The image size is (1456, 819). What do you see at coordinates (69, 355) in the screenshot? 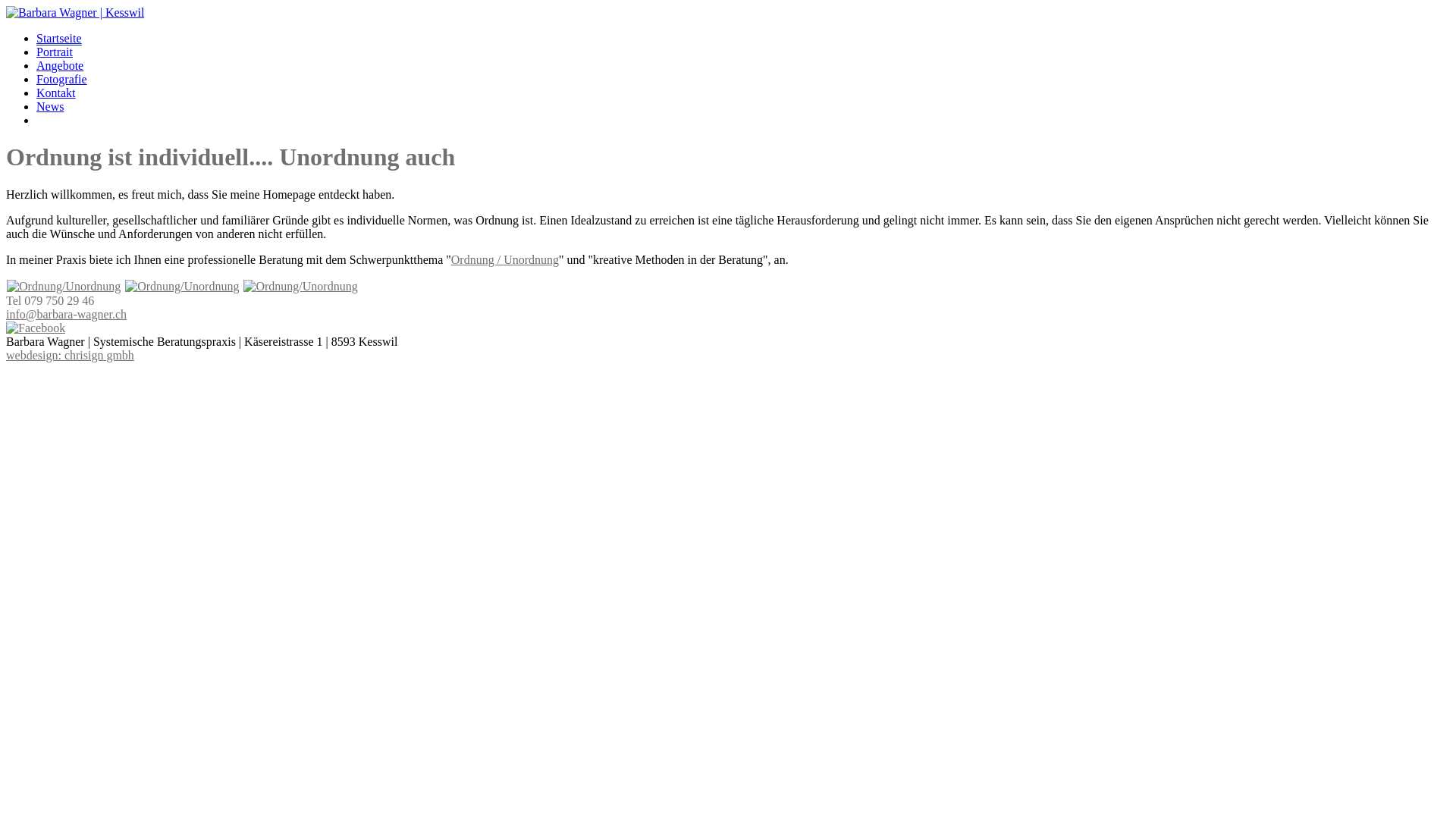
I see `'webdesign: chrisign gmbh'` at bounding box center [69, 355].